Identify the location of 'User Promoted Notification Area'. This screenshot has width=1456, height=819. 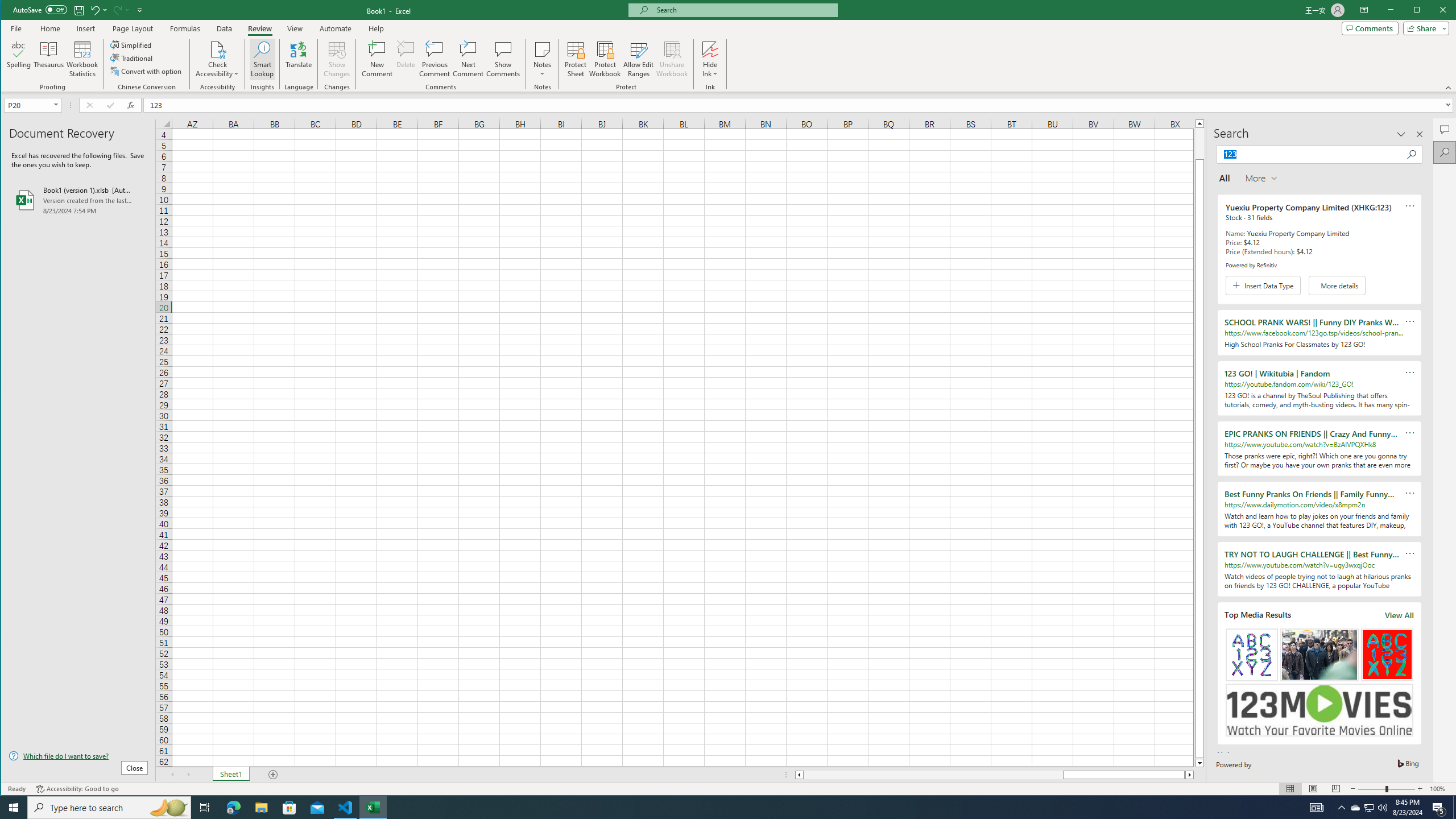
(1368, 806).